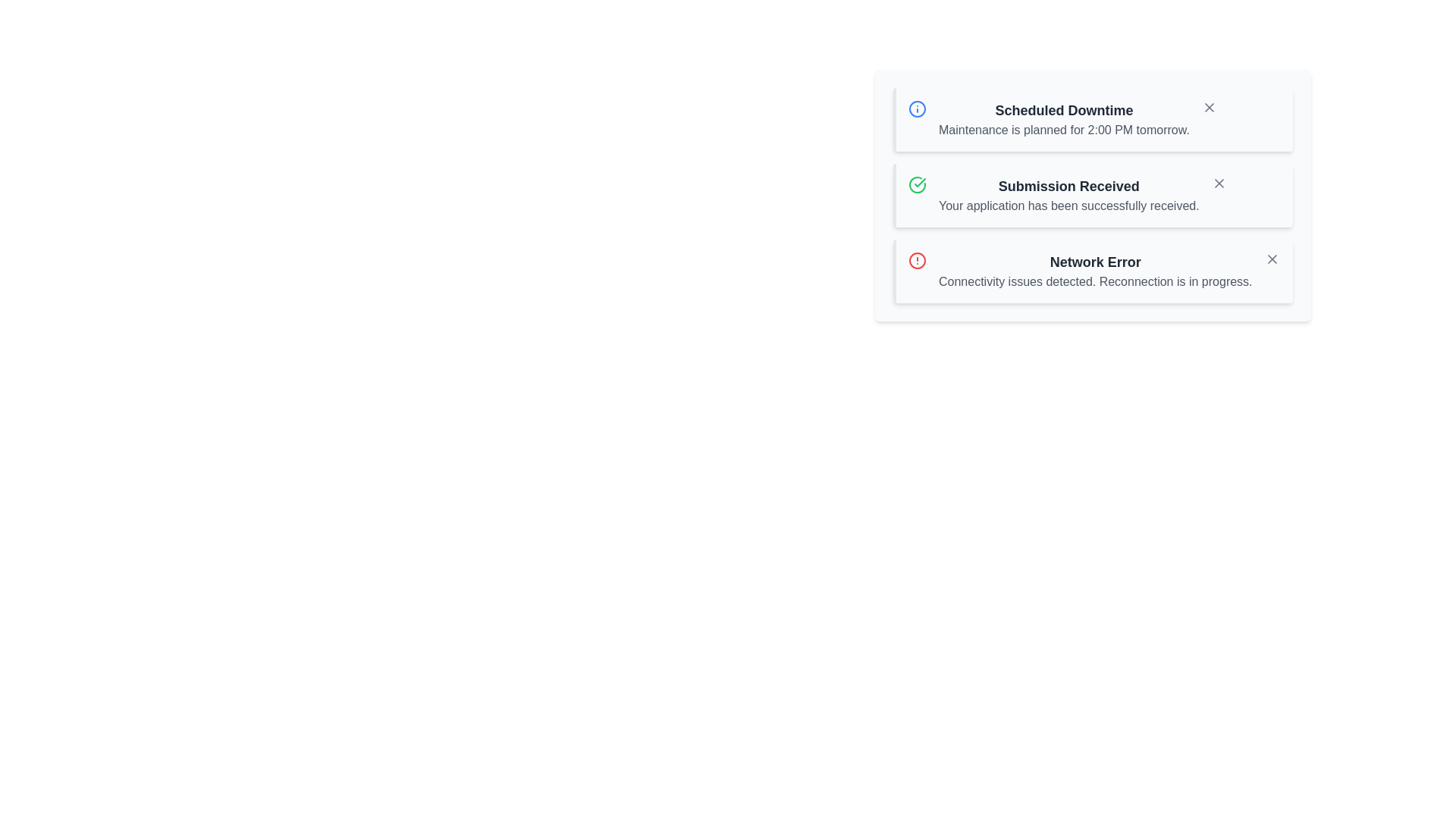  Describe the element at coordinates (1095, 271) in the screenshot. I see `the 'Network Error' notification element` at that location.